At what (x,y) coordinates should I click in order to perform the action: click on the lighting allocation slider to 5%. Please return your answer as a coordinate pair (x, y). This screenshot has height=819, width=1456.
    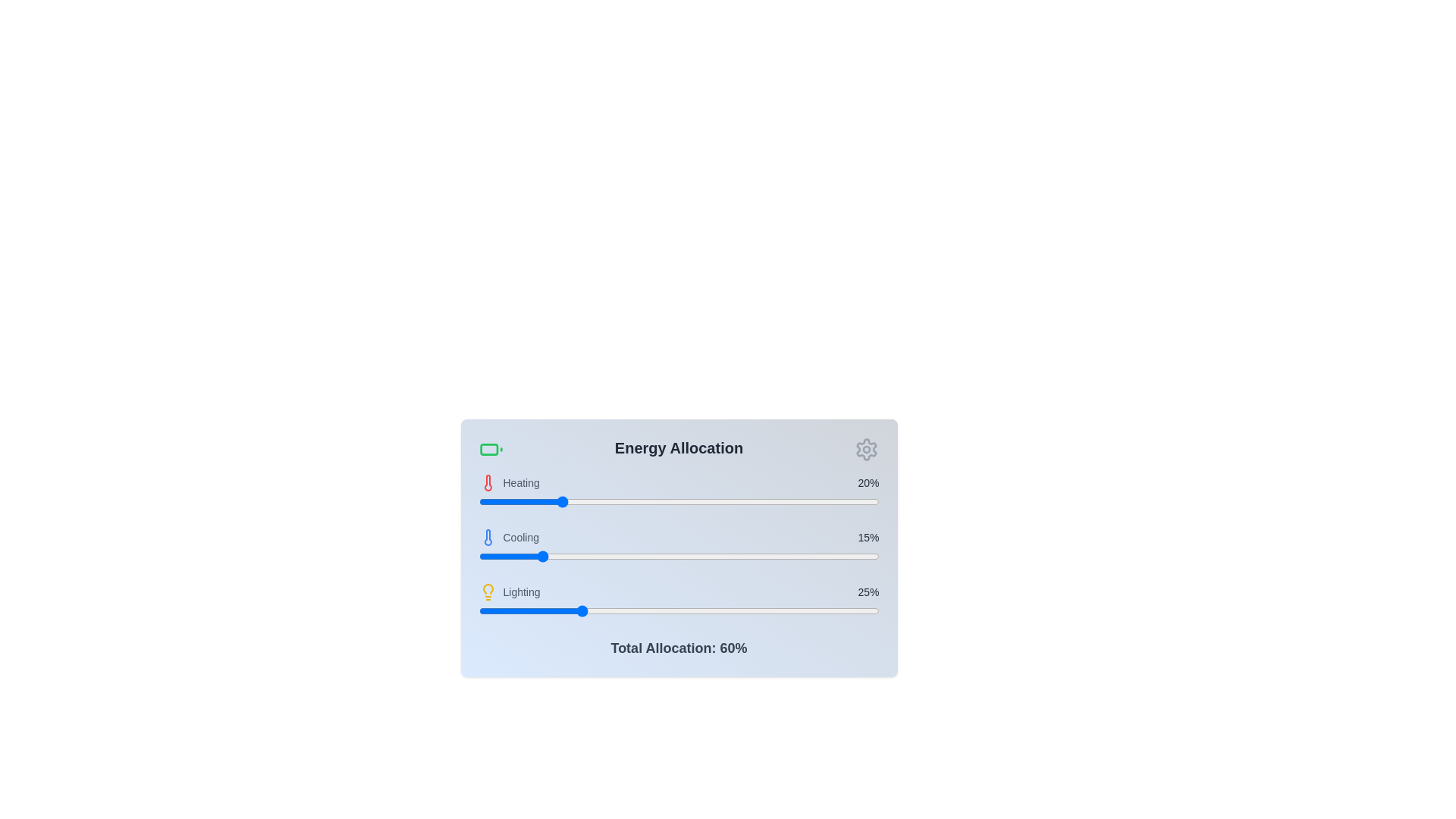
    Looking at the image, I should click on (498, 610).